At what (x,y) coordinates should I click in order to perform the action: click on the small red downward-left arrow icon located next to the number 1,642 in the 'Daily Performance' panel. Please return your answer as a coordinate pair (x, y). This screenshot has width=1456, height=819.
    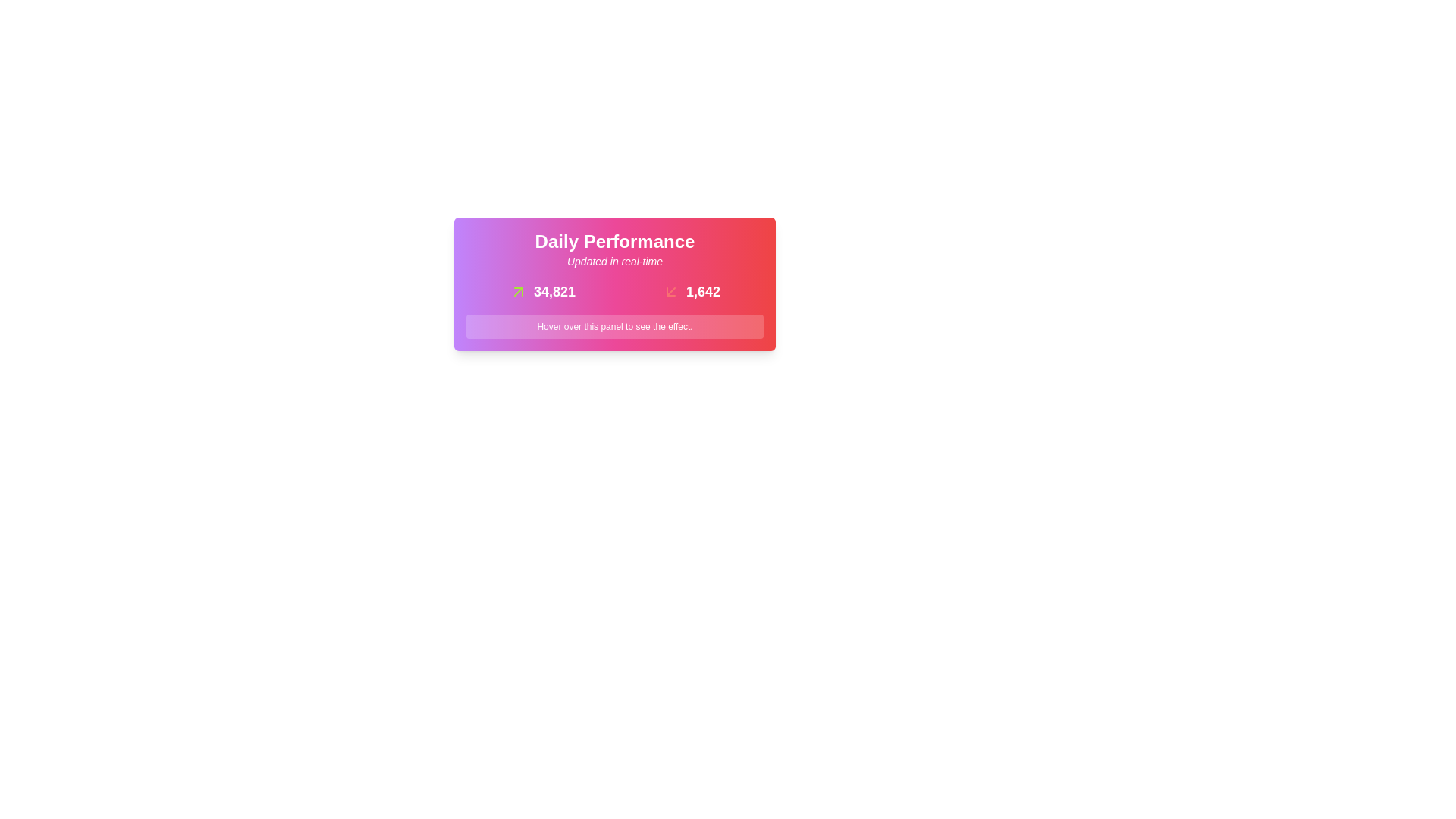
    Looking at the image, I should click on (670, 292).